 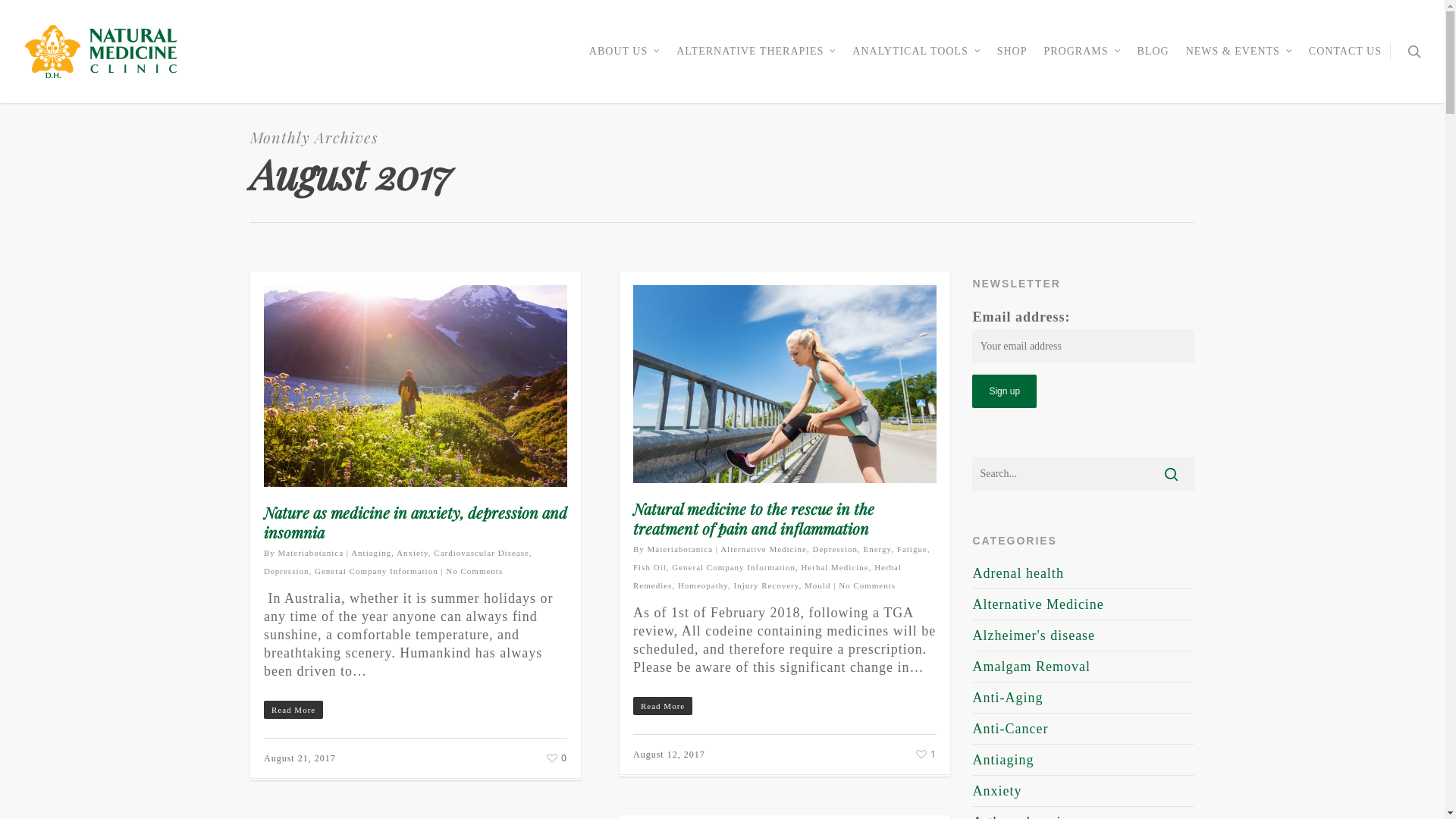 I want to click on 'Depression', so click(x=287, y=570).